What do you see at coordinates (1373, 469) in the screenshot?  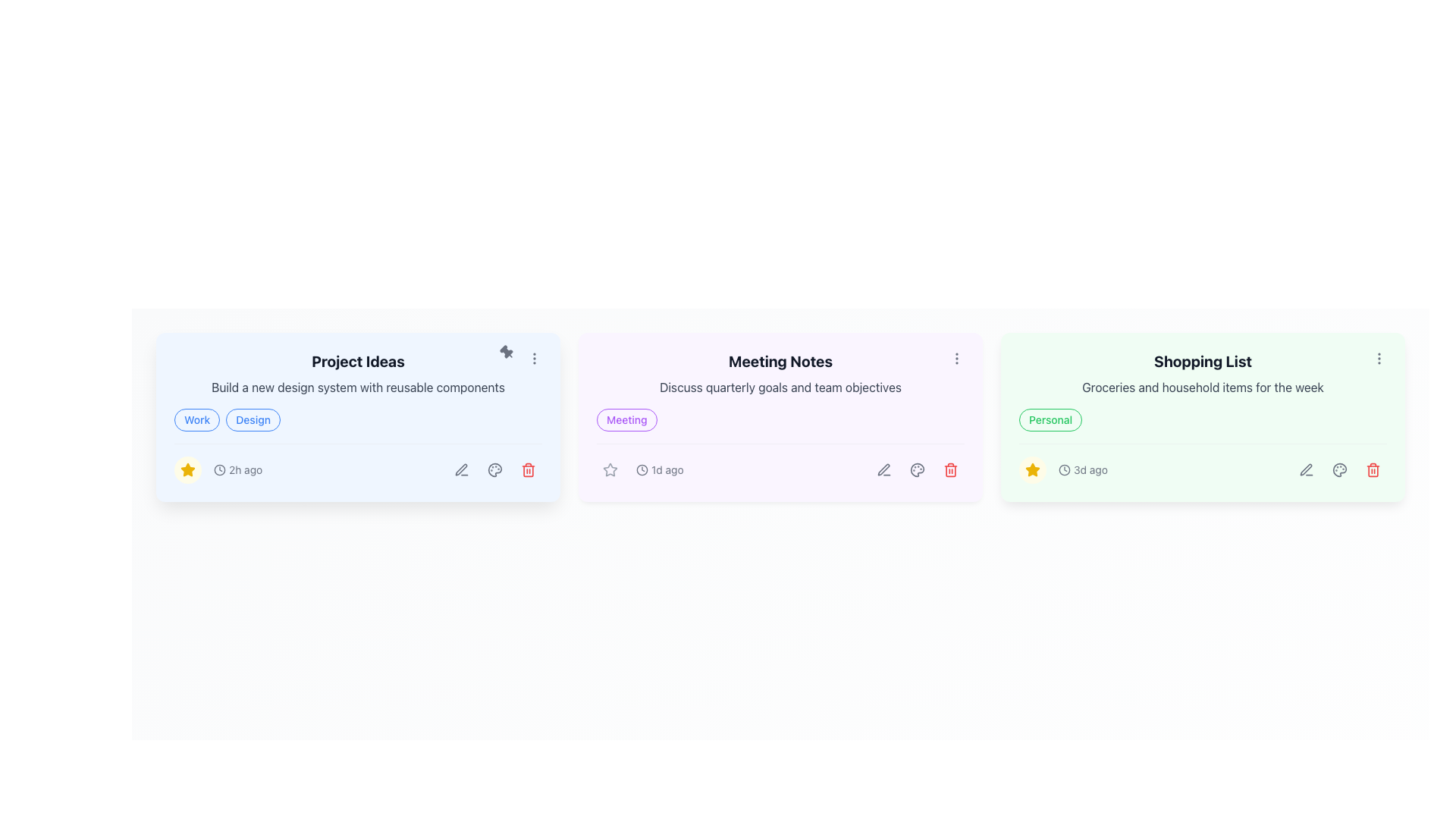 I see `the red-colored trash bin icon button located at the bottom-right of the 'Shopping List' card` at bounding box center [1373, 469].